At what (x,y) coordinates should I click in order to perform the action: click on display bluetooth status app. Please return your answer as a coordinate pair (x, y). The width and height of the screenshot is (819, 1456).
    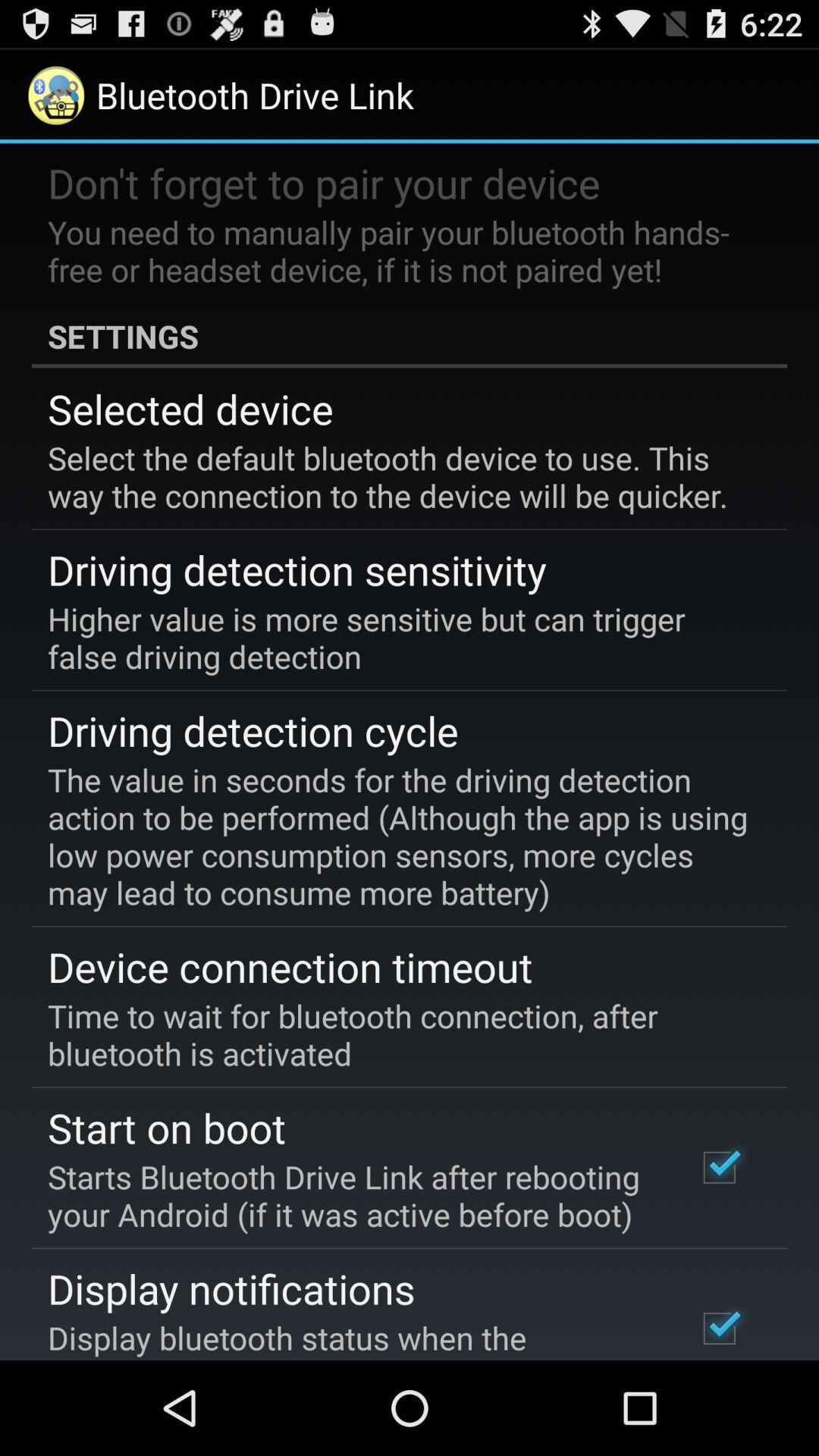
    Looking at the image, I should click on (351, 1338).